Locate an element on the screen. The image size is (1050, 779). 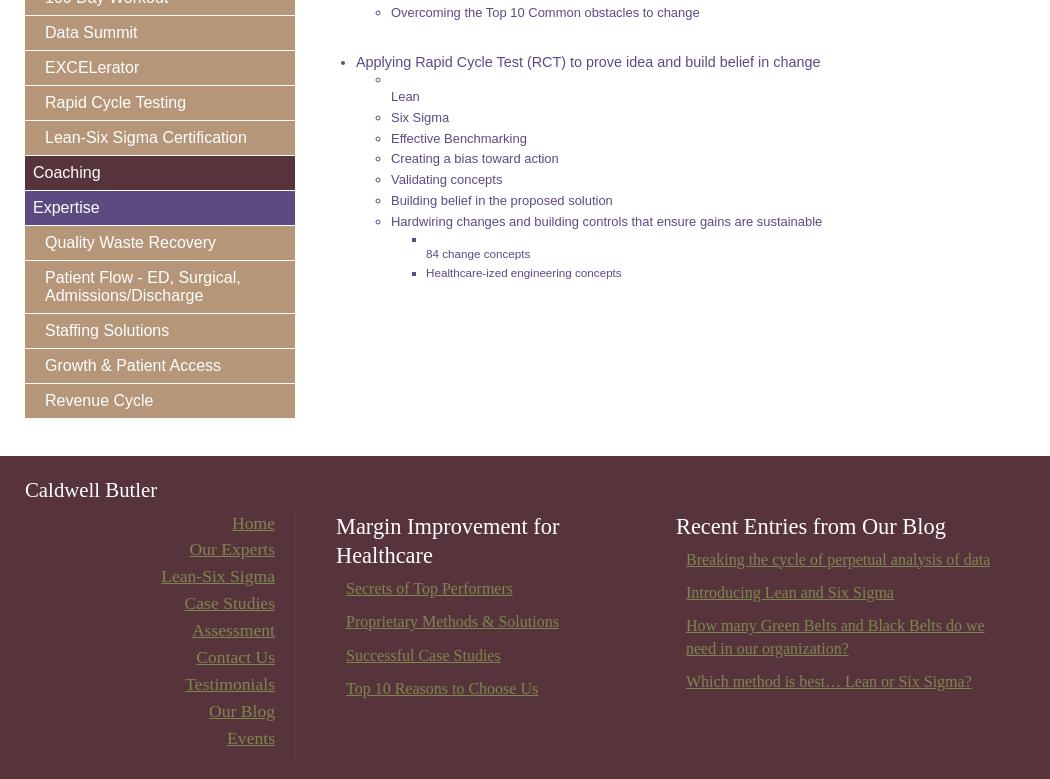
'Lean' is located at coordinates (391, 94).